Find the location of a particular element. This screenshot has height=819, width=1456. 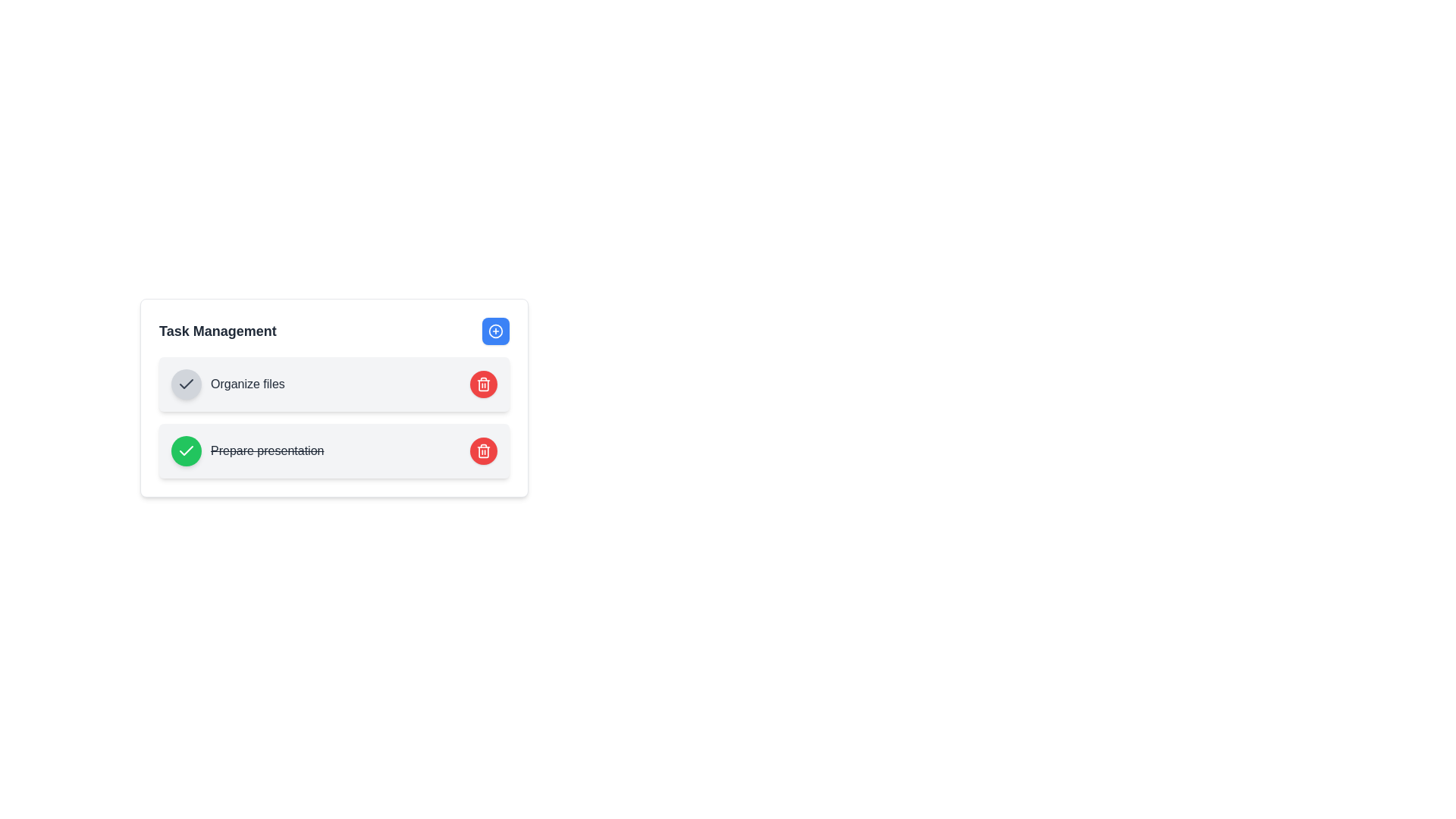

the interactive button for marking 'Organize files' as complete or incomplete is located at coordinates (185, 383).